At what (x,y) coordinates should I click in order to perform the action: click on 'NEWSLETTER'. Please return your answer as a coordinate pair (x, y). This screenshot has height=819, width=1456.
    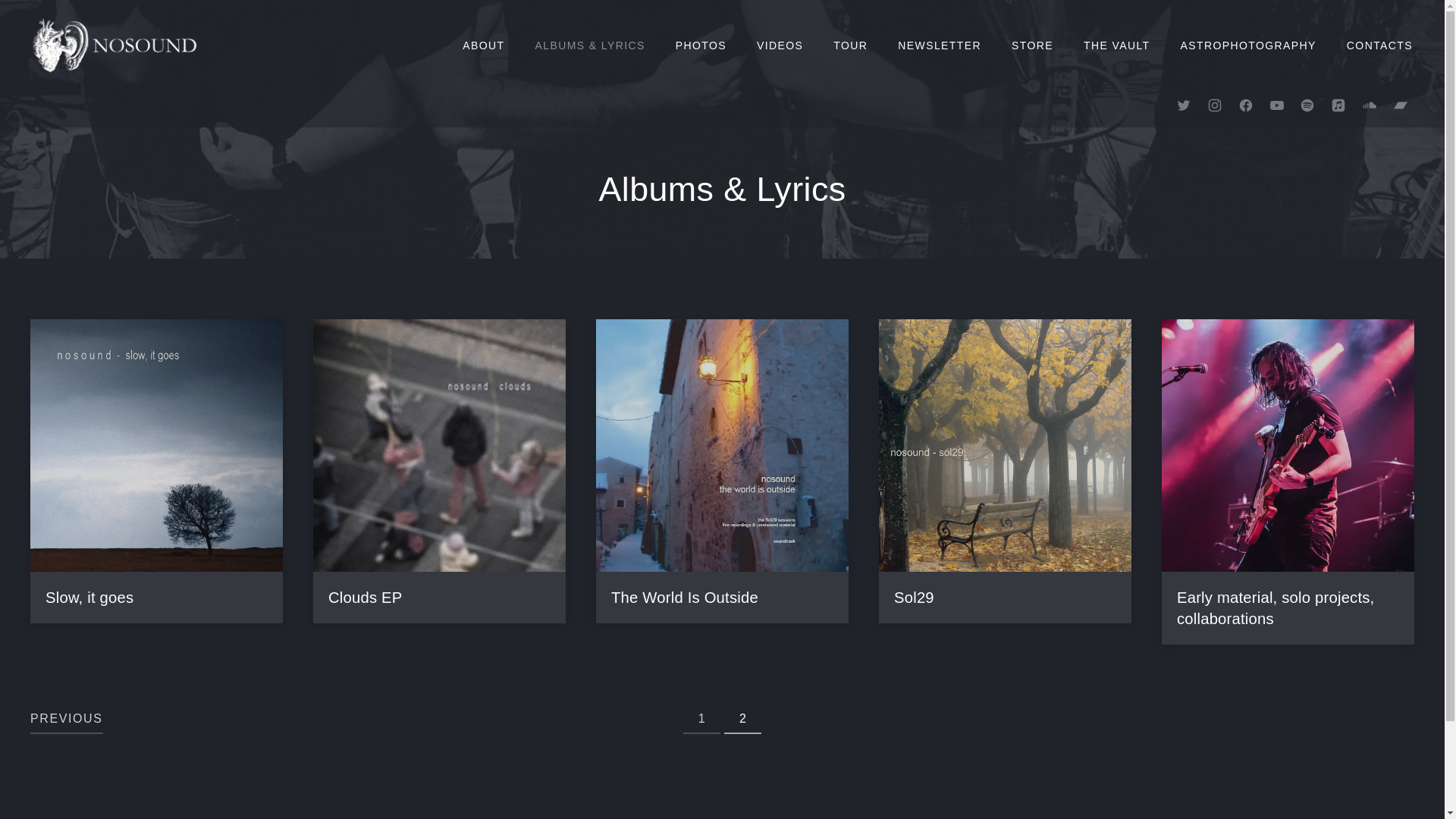
    Looking at the image, I should click on (882, 45).